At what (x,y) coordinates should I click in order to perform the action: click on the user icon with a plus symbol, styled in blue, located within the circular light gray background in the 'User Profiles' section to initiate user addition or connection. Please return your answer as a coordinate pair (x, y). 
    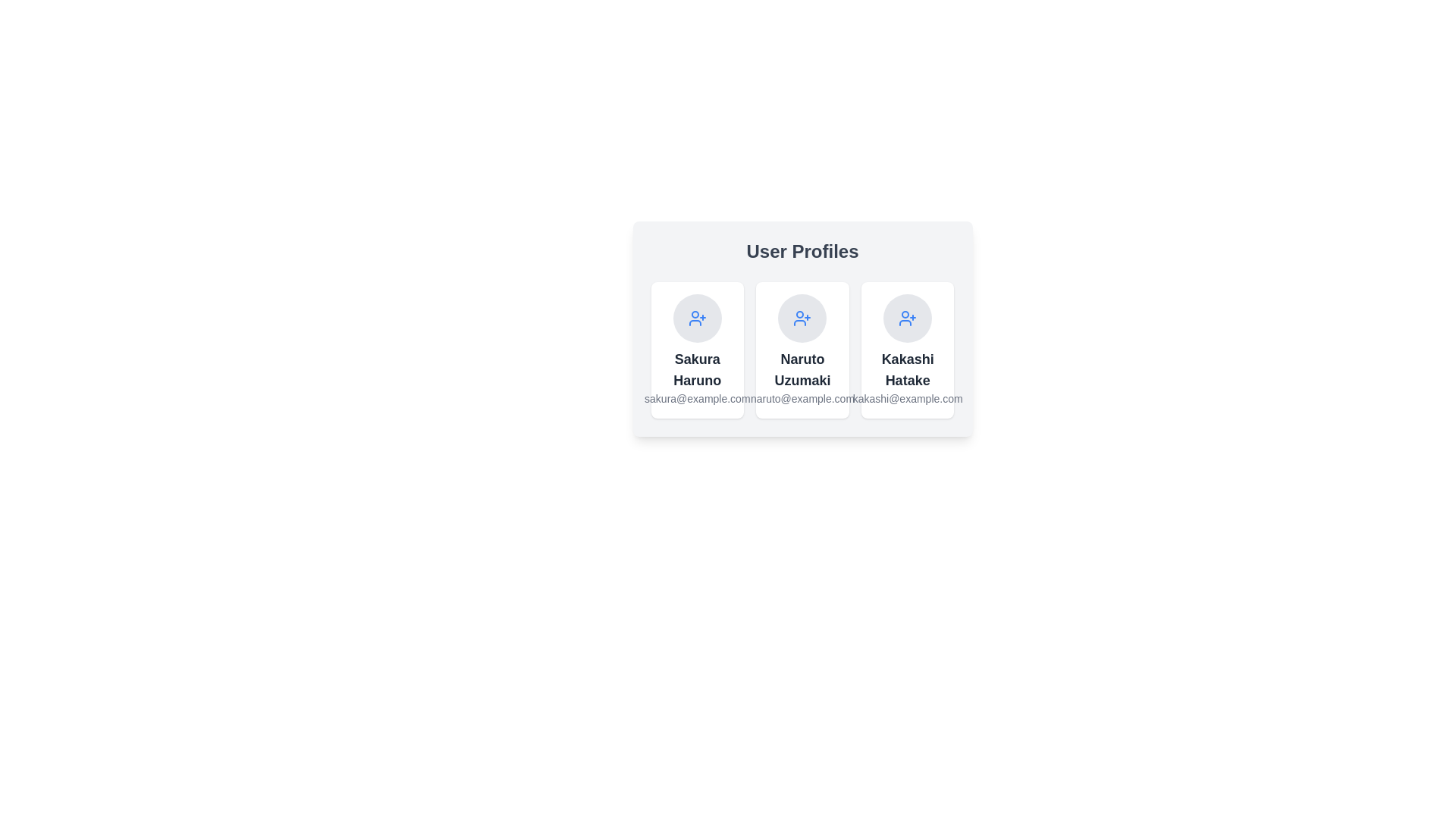
    Looking at the image, I should click on (802, 318).